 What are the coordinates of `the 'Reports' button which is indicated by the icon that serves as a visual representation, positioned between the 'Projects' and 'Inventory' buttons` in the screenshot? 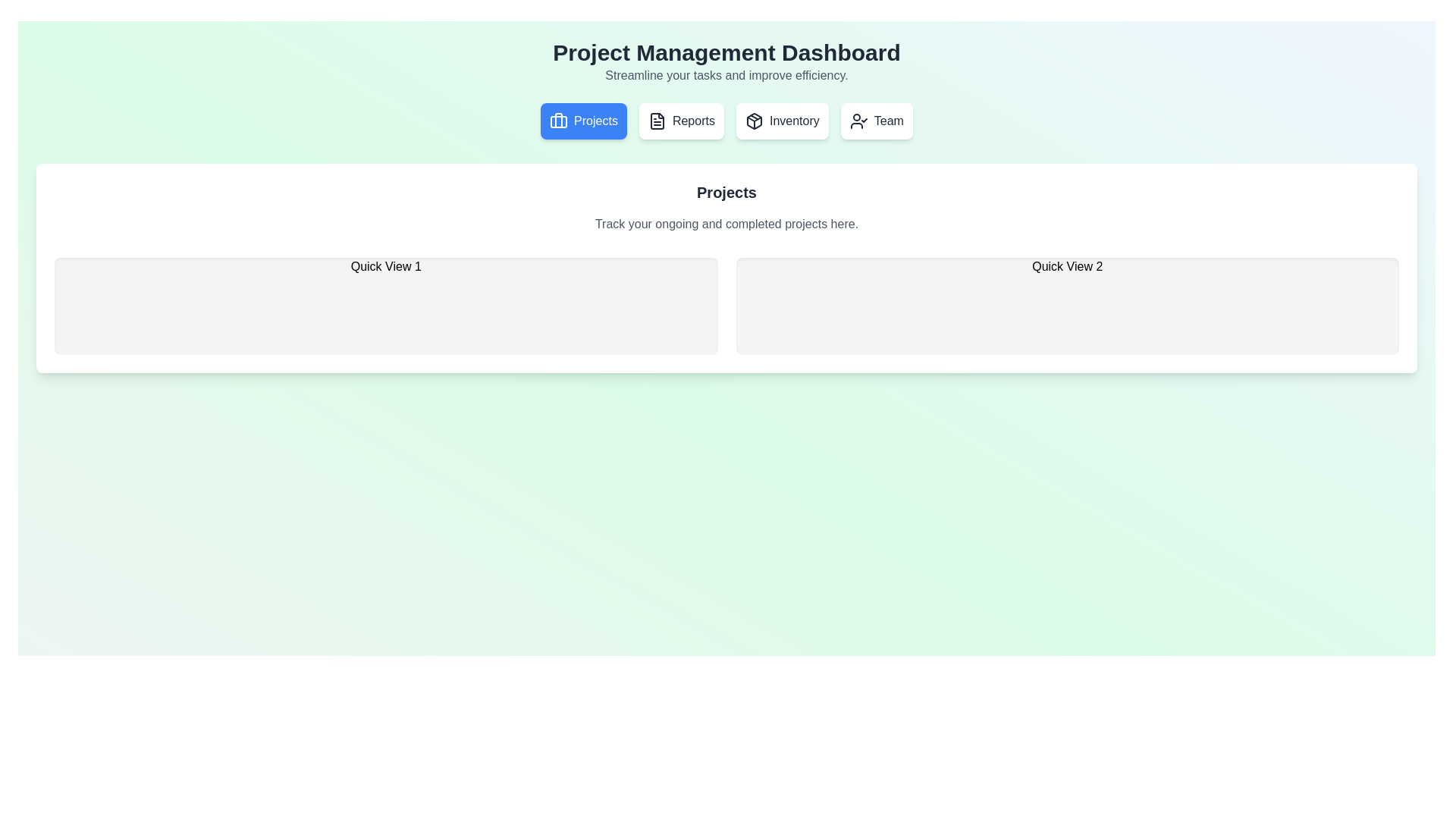 It's located at (657, 120).